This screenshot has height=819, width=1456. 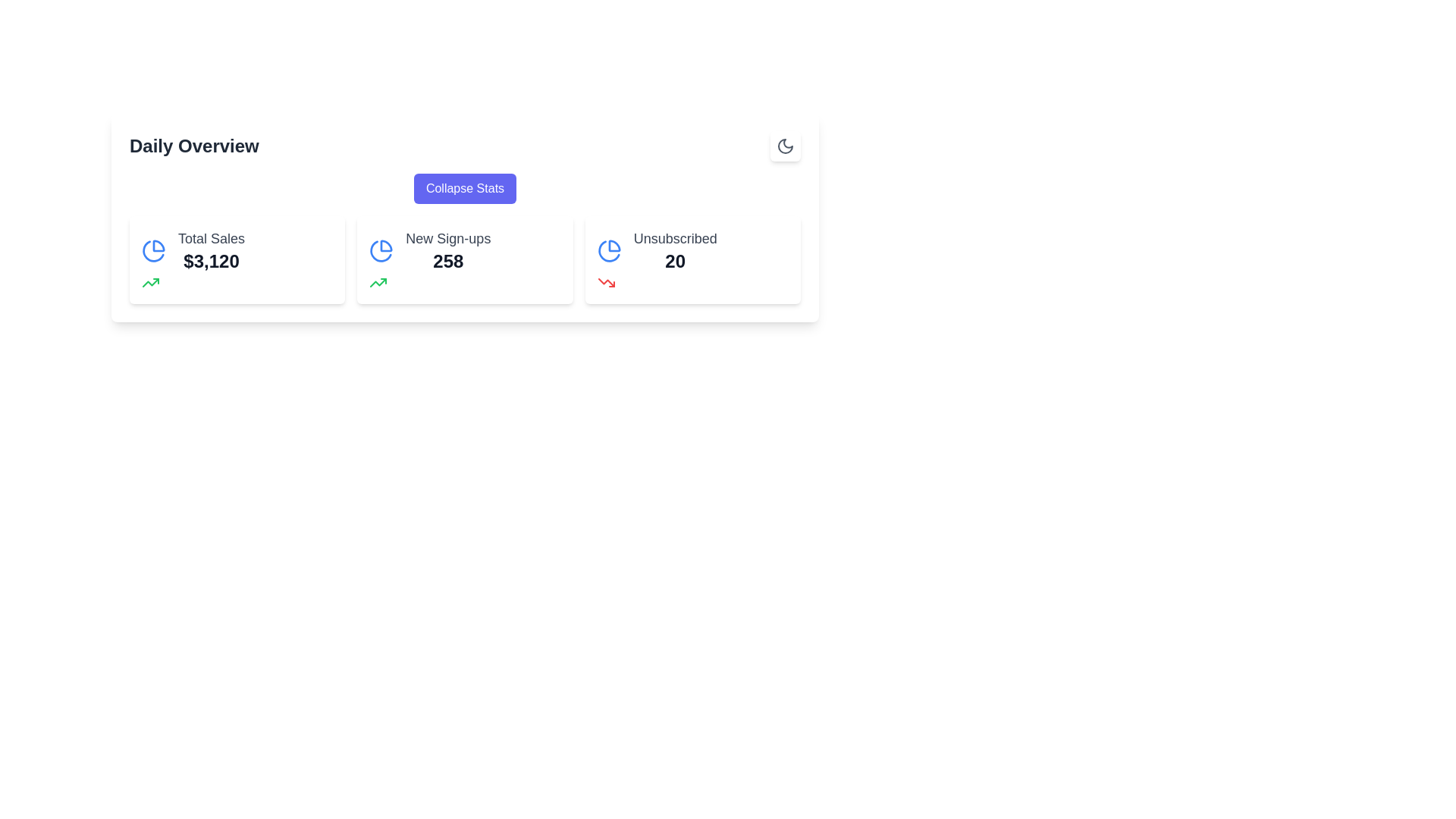 I want to click on the displayed number in the Text Label that shows the total number of users who unsubscribed, located in a card component to the far-right of a row of statistical cards, directly below the label 'Unsubscribed', so click(x=674, y=250).